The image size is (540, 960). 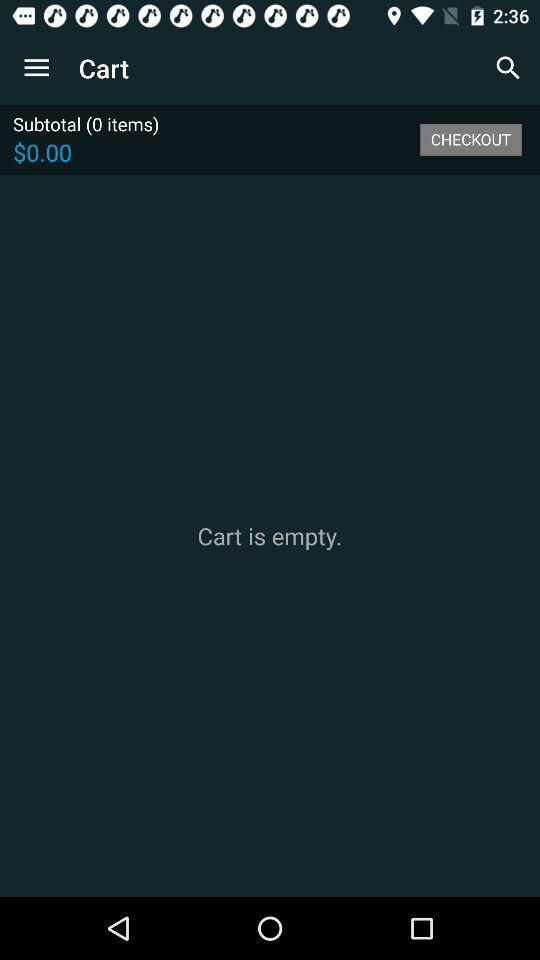 What do you see at coordinates (470, 138) in the screenshot?
I see `item next to subtotal (0 items)` at bounding box center [470, 138].